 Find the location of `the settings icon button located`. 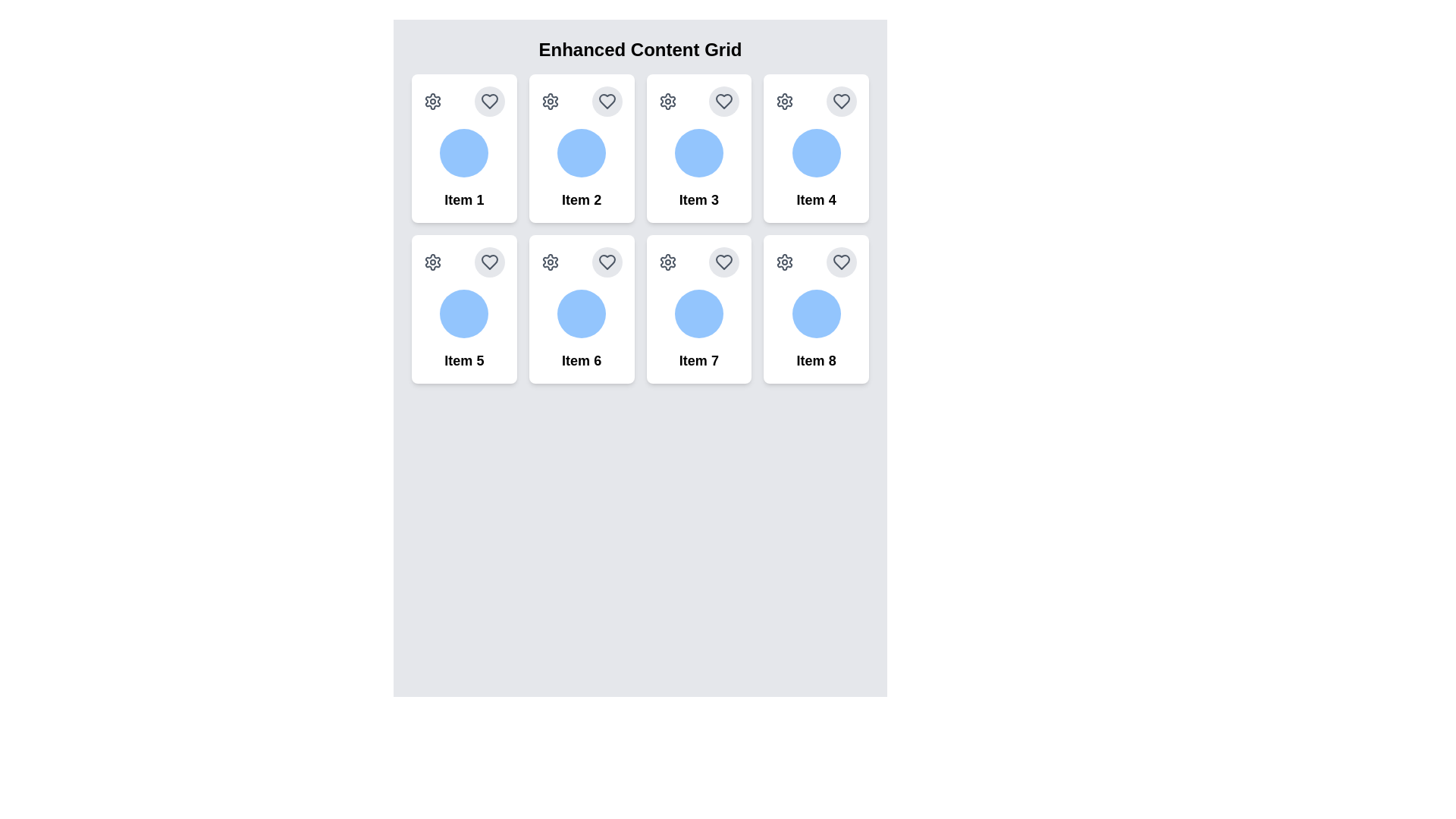

the settings icon button located is located at coordinates (785, 262).